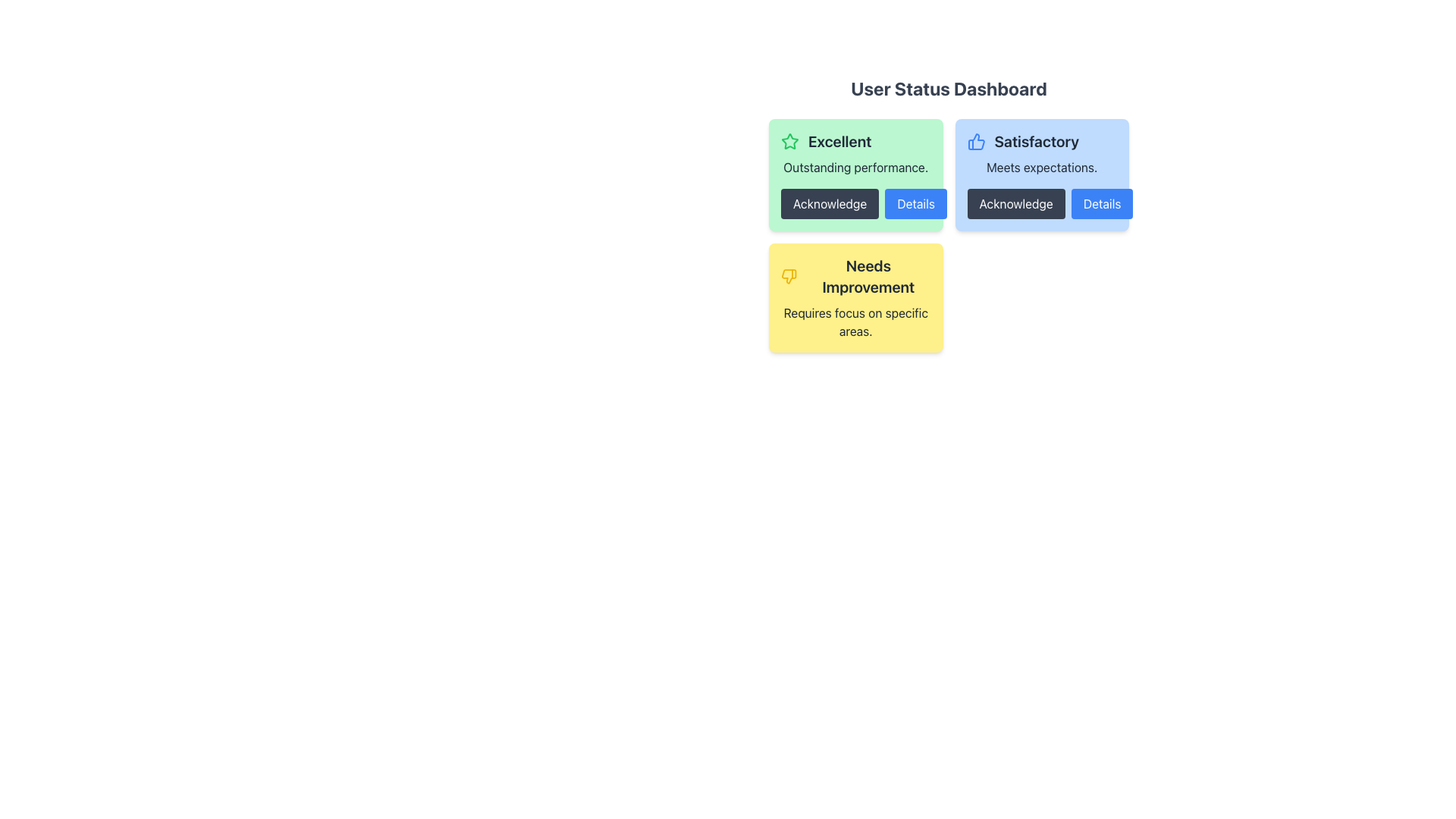  What do you see at coordinates (829, 203) in the screenshot?
I see `the first button in the bottom section of the green card labeled 'Excellent' on the User Status Dashboard` at bounding box center [829, 203].